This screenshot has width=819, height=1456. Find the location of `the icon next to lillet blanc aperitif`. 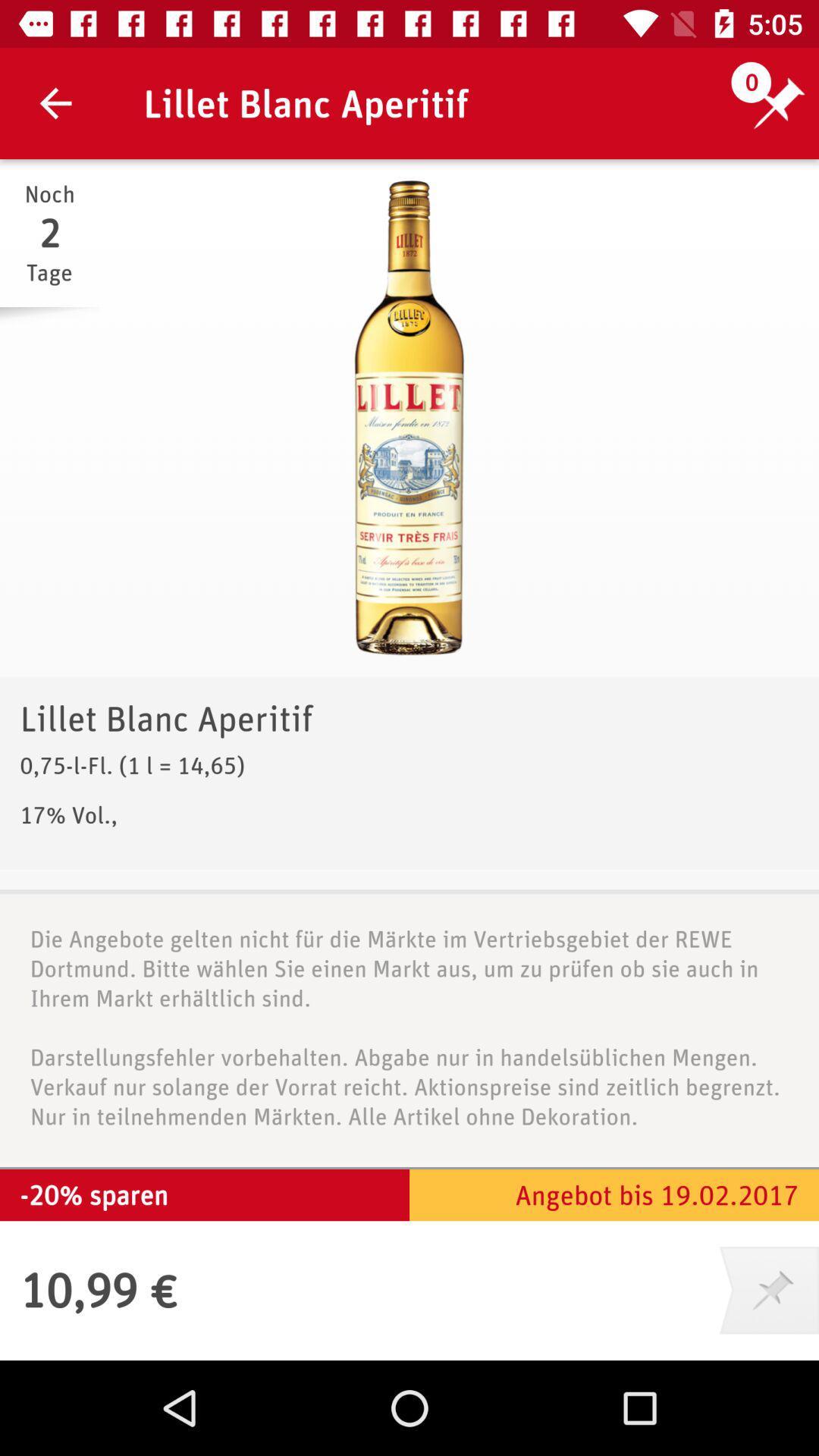

the icon next to lillet blanc aperitif is located at coordinates (55, 102).